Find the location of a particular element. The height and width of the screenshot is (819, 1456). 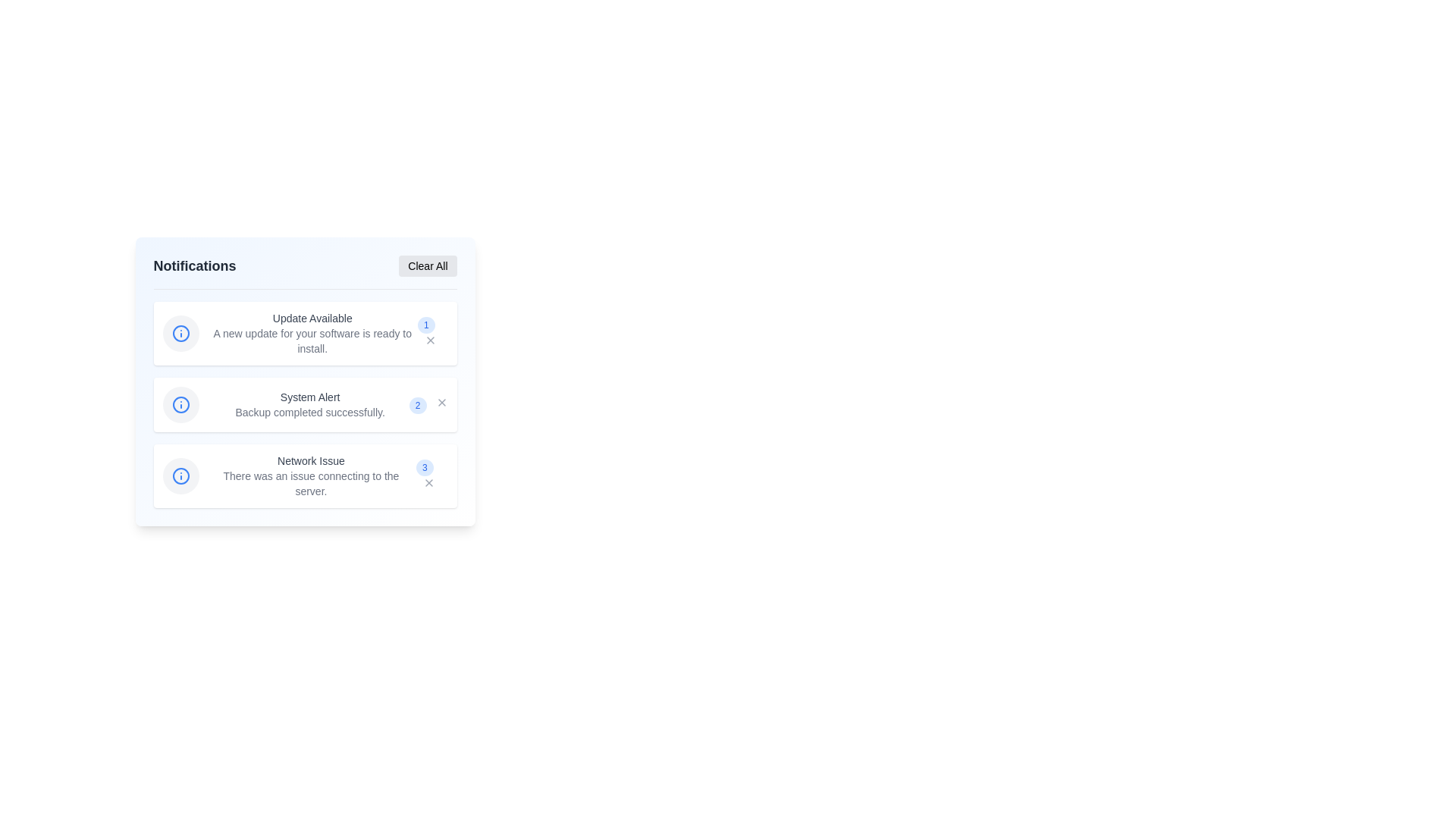

the close button represented by a small 'X' icon in the second notification card by is located at coordinates (441, 402).